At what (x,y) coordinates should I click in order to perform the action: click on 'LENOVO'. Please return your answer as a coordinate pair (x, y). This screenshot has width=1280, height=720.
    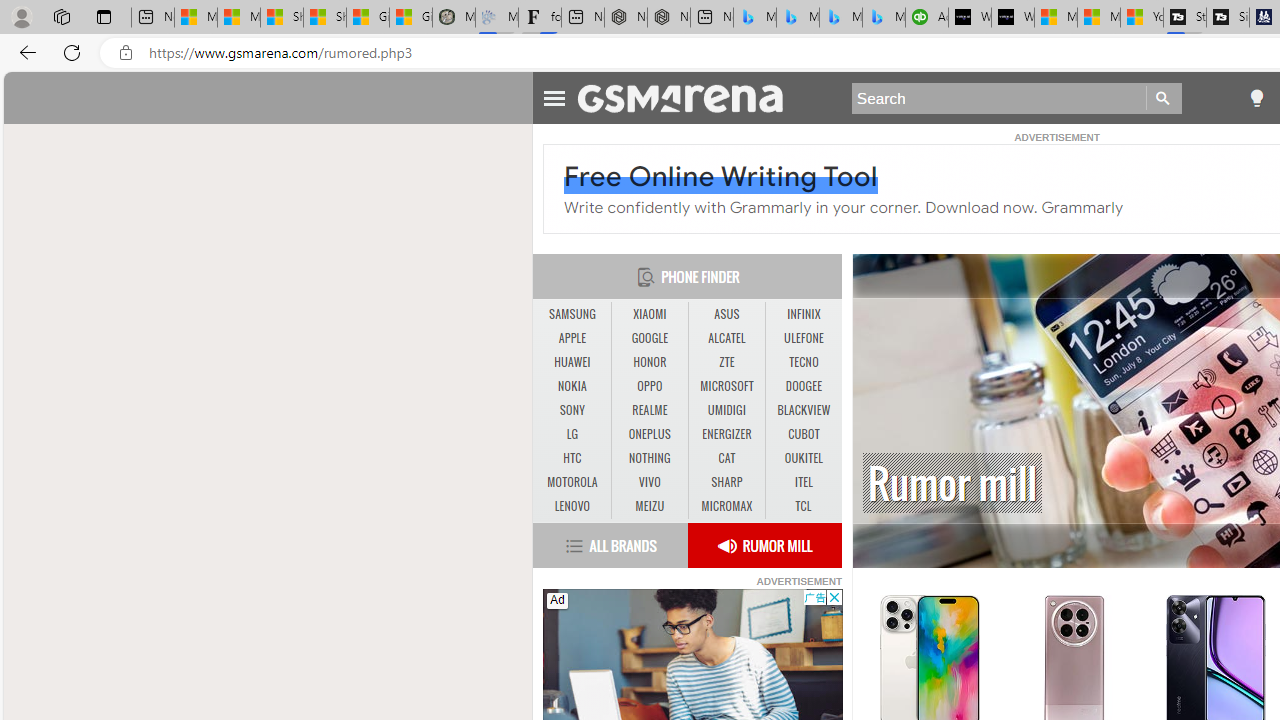
    Looking at the image, I should click on (571, 505).